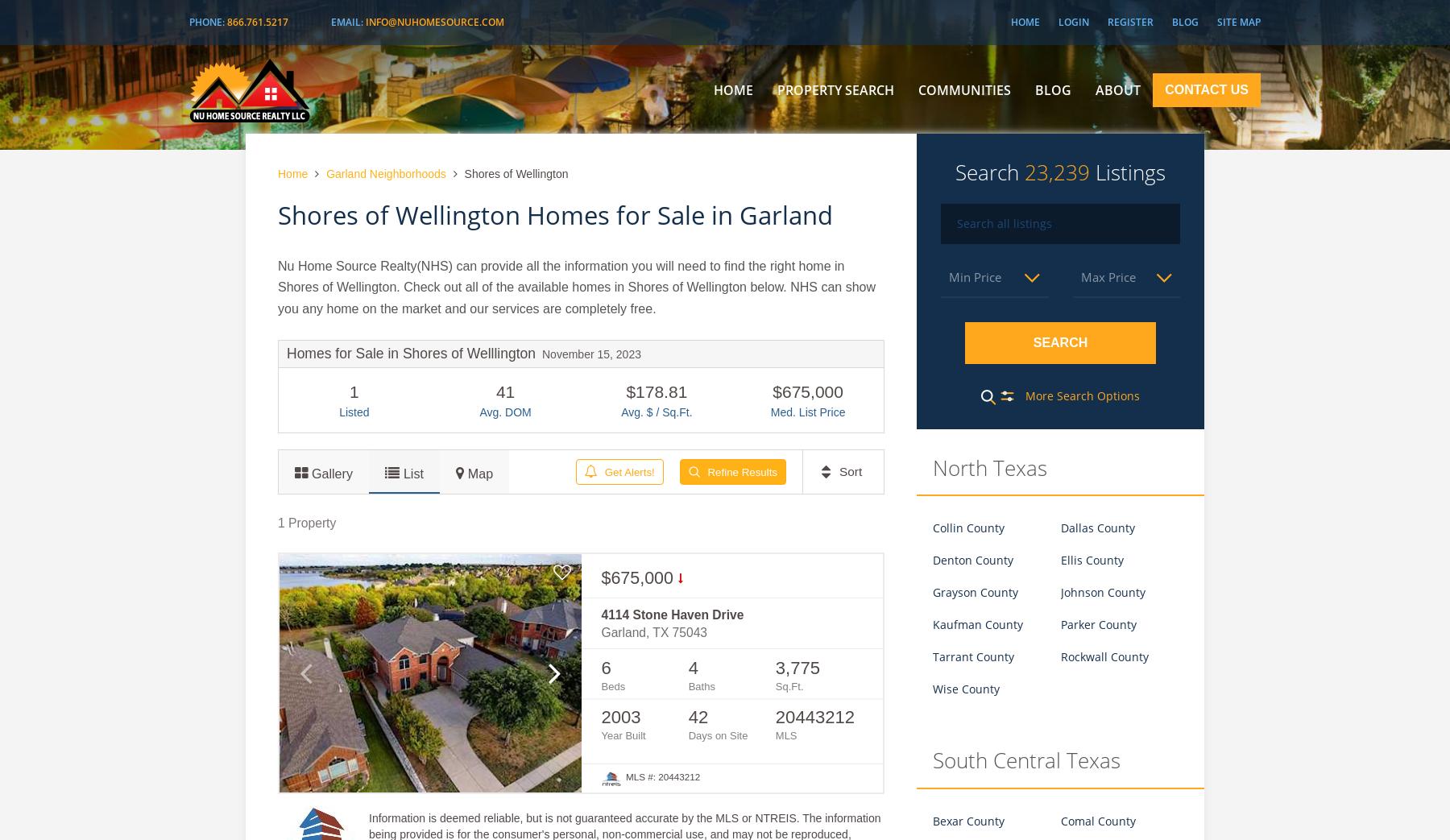 Image resolution: width=1450 pixels, height=840 pixels. I want to click on 'Nu Home Source Realty(NHS) can provide all the information you will need to find the right home in Shores of Wellington. Check out all of the available homes in Shores of Wellington below. NHS can show you any home on the market and our services are completely free.', so click(576, 286).